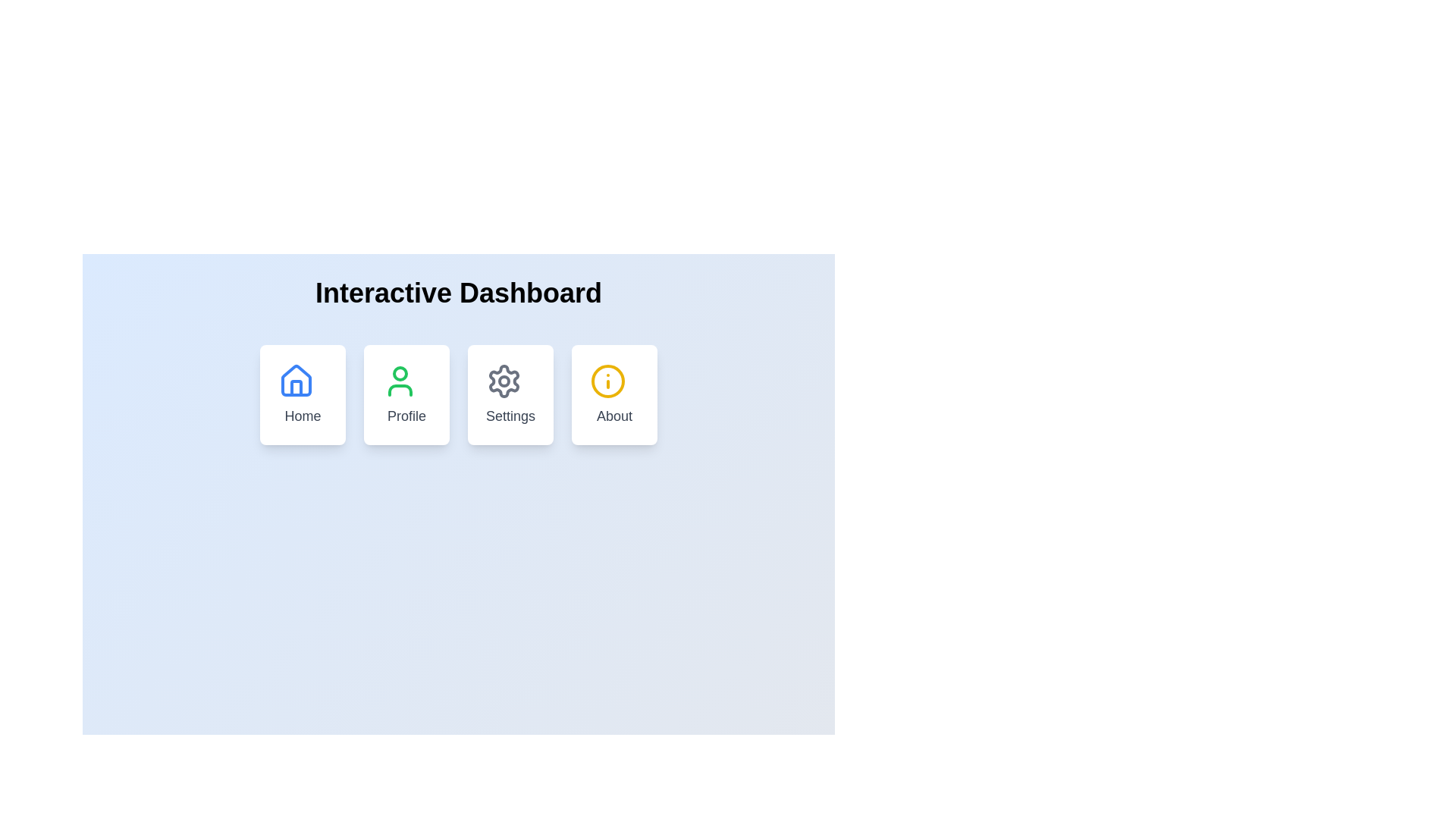 The height and width of the screenshot is (819, 1456). What do you see at coordinates (614, 394) in the screenshot?
I see `the 'About' button, which is a rounded rectangular button with a white background and a yellow circular information icon, located in the 'Interactive Dashboard' section` at bounding box center [614, 394].